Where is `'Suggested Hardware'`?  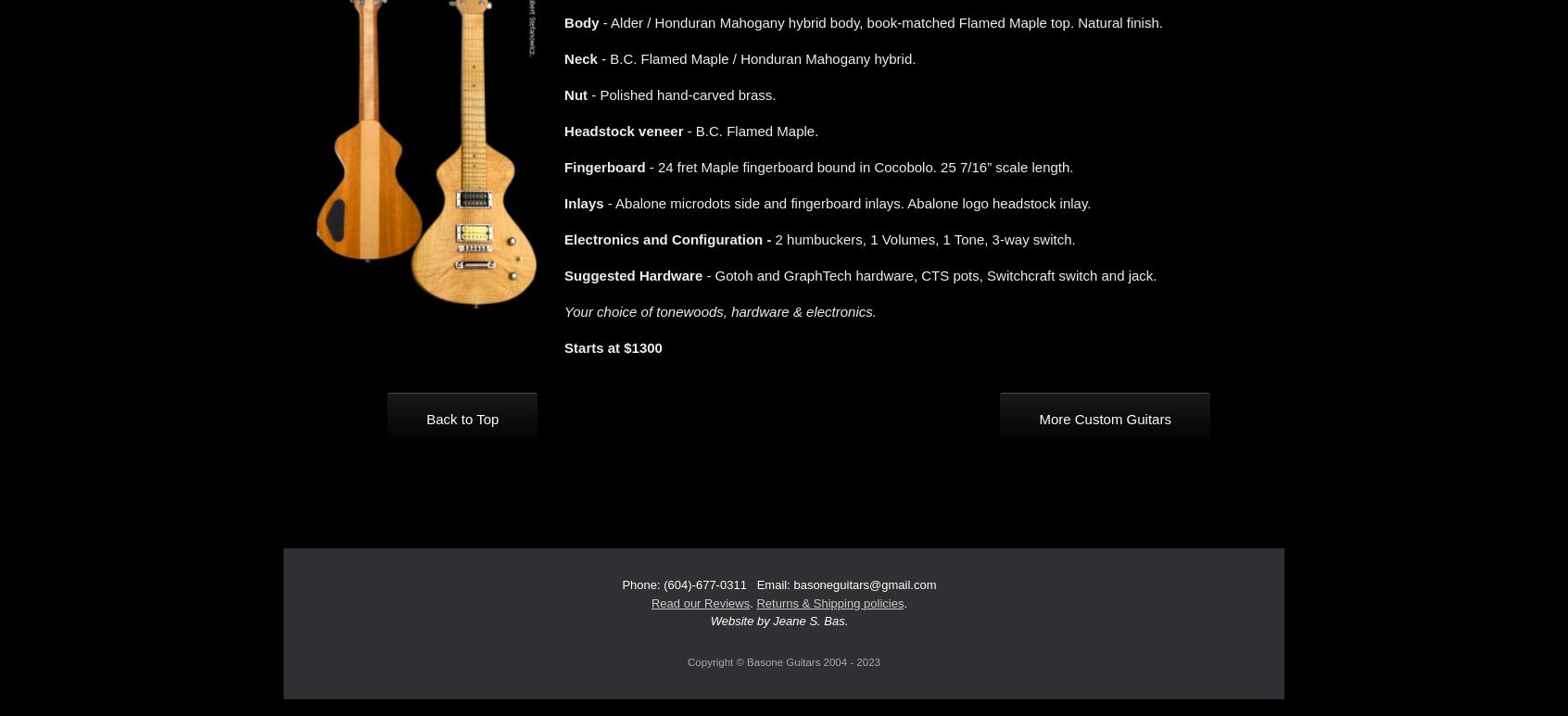 'Suggested Hardware' is located at coordinates (633, 275).